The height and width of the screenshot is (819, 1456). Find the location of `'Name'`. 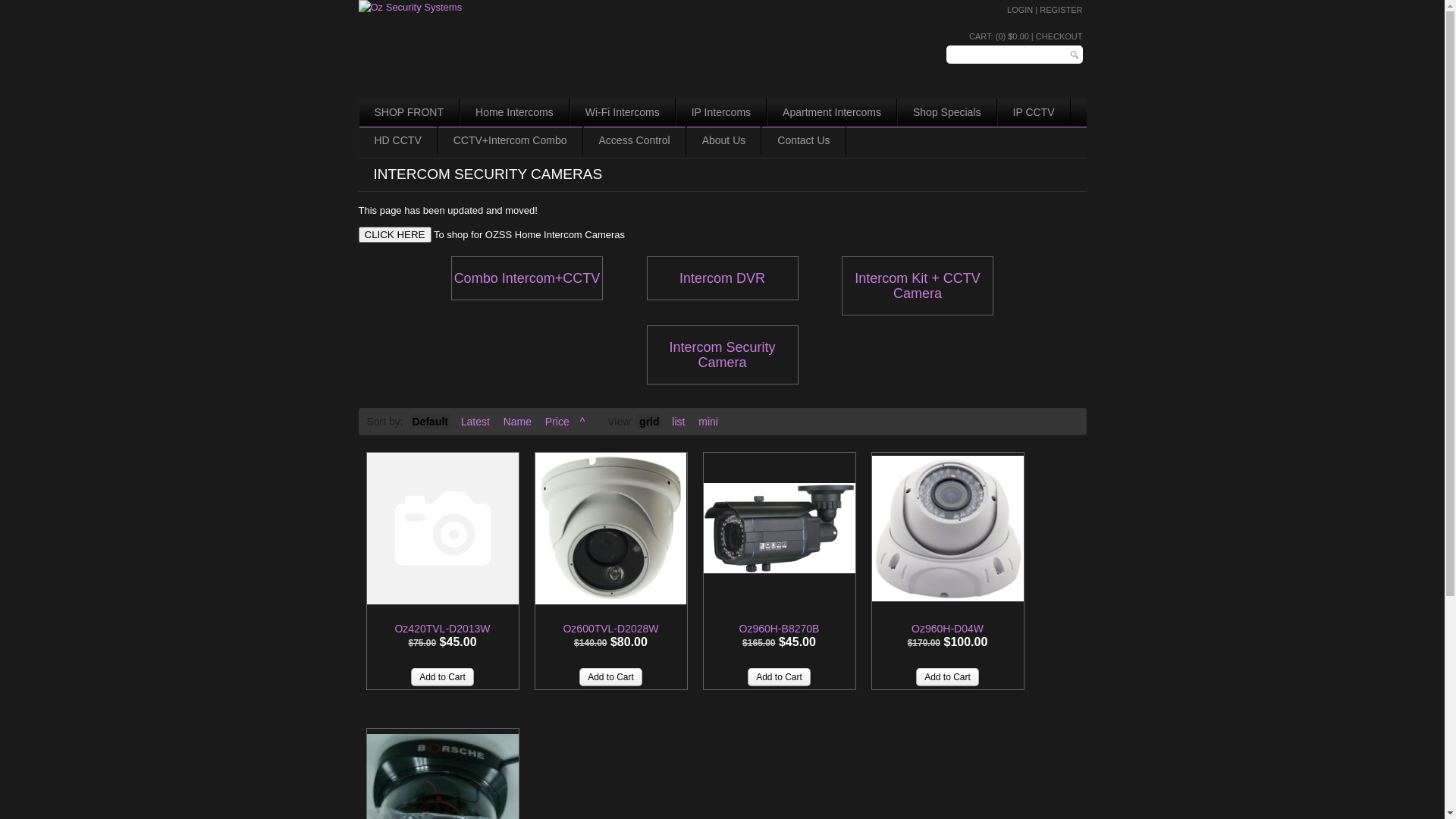

'Name' is located at coordinates (517, 421).